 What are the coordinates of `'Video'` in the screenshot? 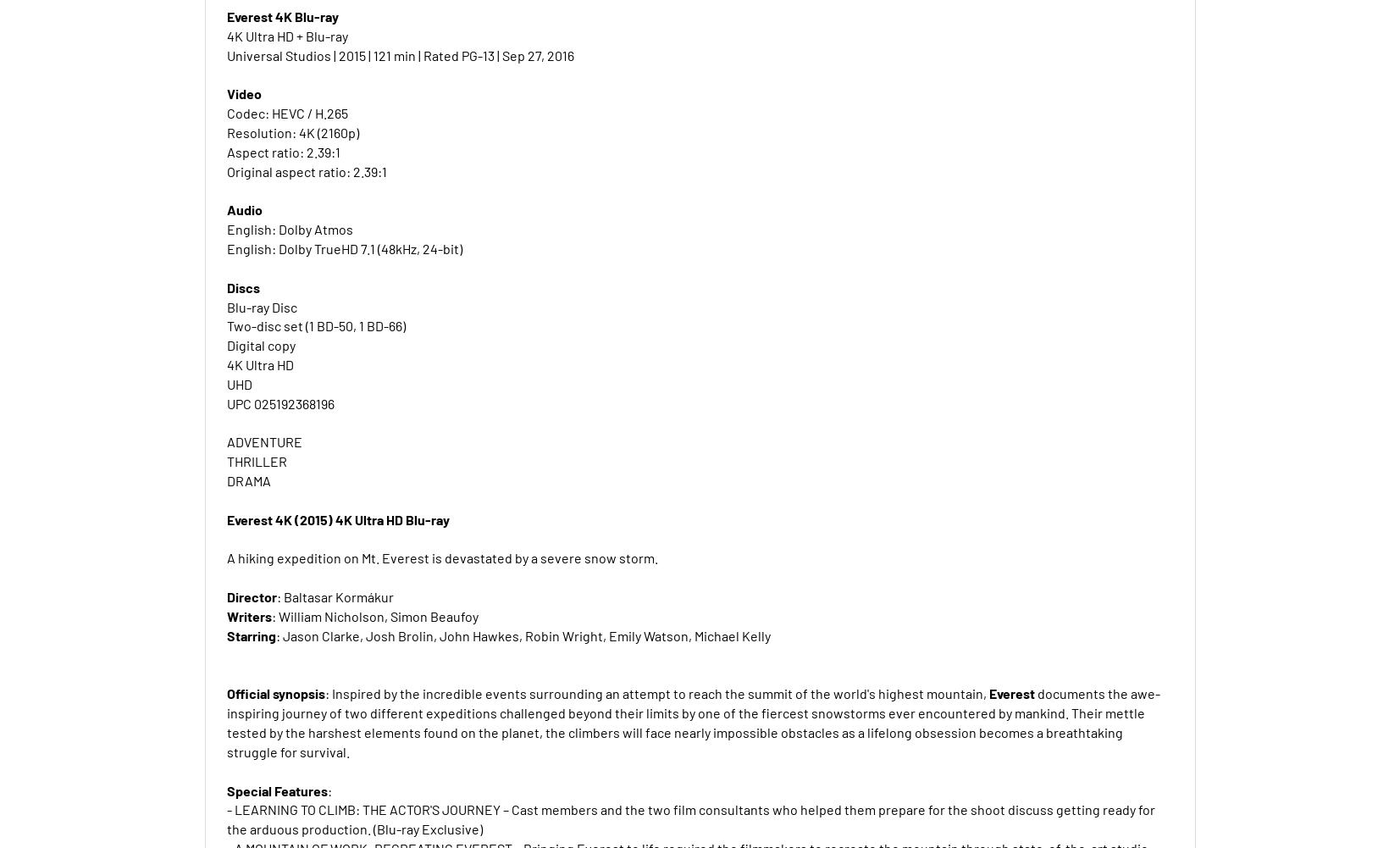 It's located at (242, 92).